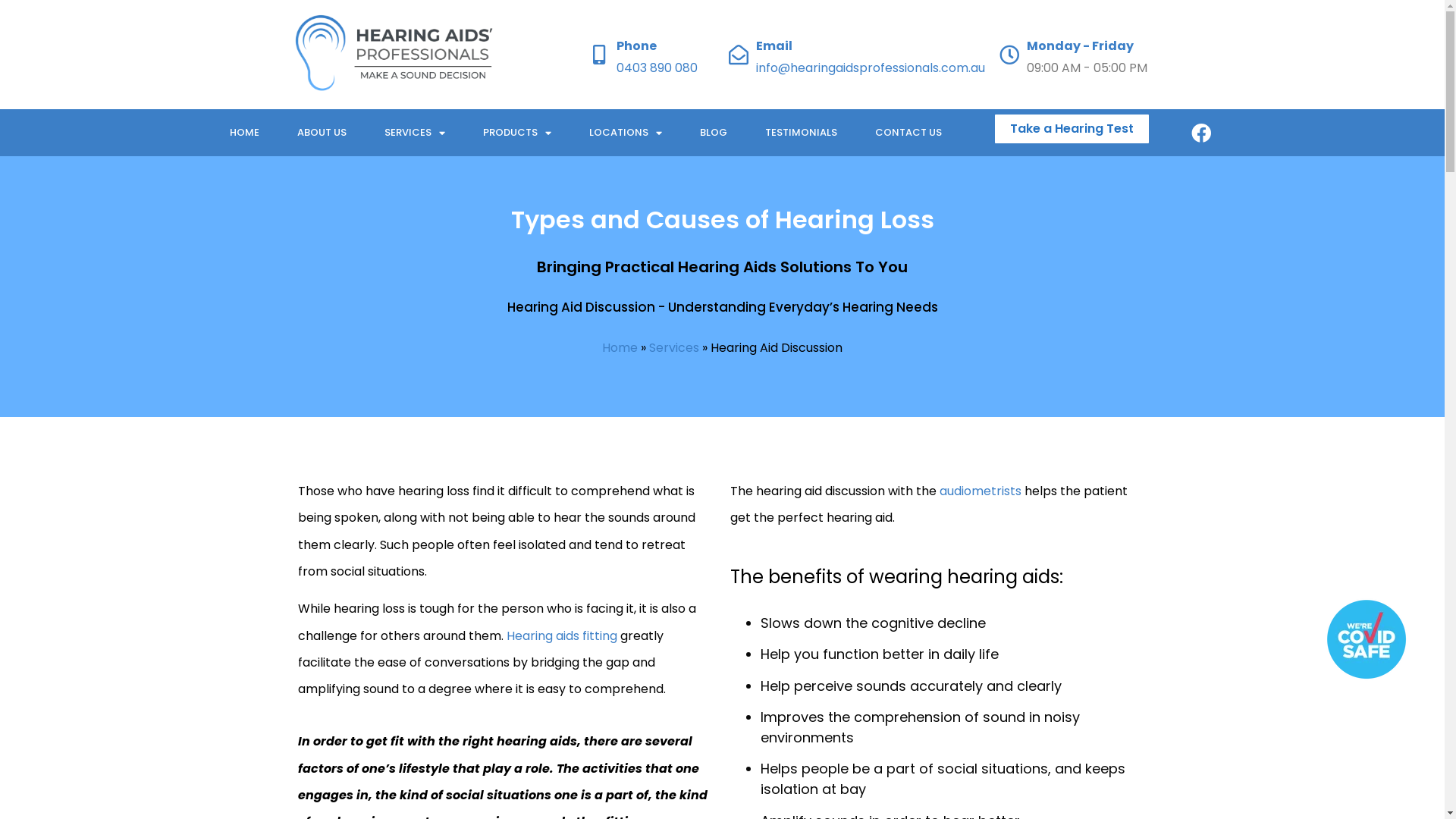 This screenshot has height=819, width=1456. I want to click on 'TESTIMONIALS', so click(800, 131).